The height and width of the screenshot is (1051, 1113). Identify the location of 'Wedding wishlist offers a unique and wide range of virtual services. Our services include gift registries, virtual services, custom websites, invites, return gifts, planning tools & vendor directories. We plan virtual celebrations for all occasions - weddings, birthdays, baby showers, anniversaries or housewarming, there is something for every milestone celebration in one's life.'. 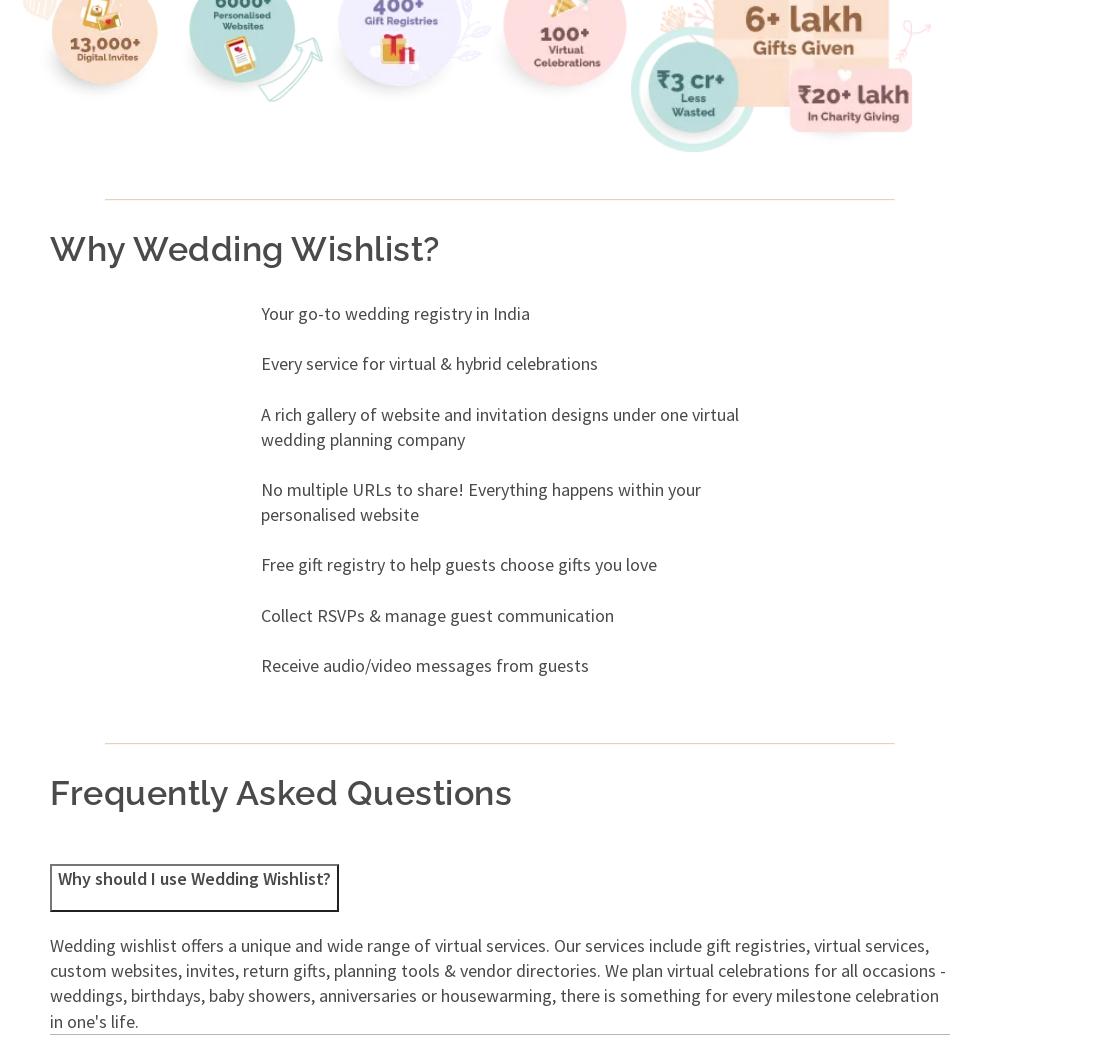
(497, 983).